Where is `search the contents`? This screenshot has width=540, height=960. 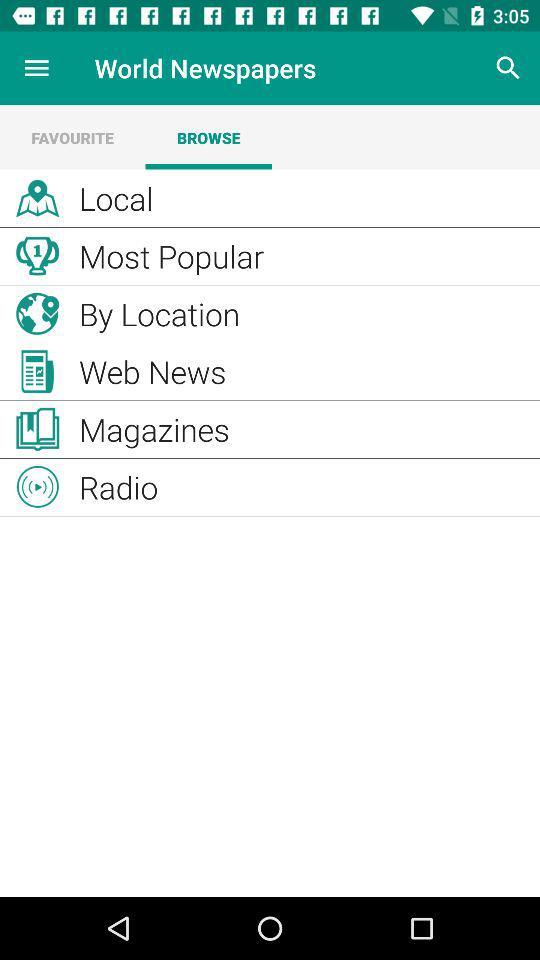 search the contents is located at coordinates (508, 68).